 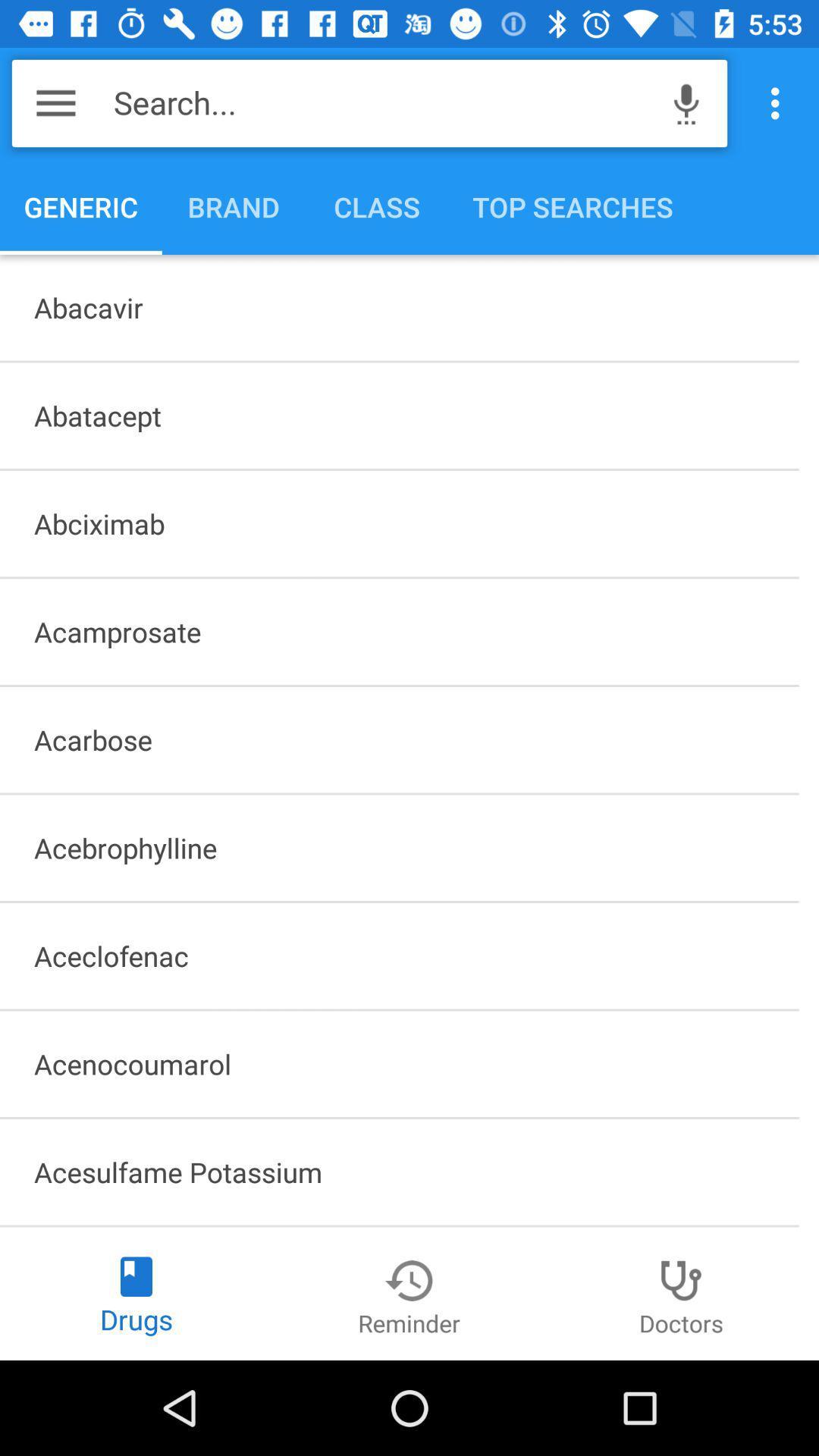 I want to click on acesulfame potassium icon, so click(x=398, y=1171).